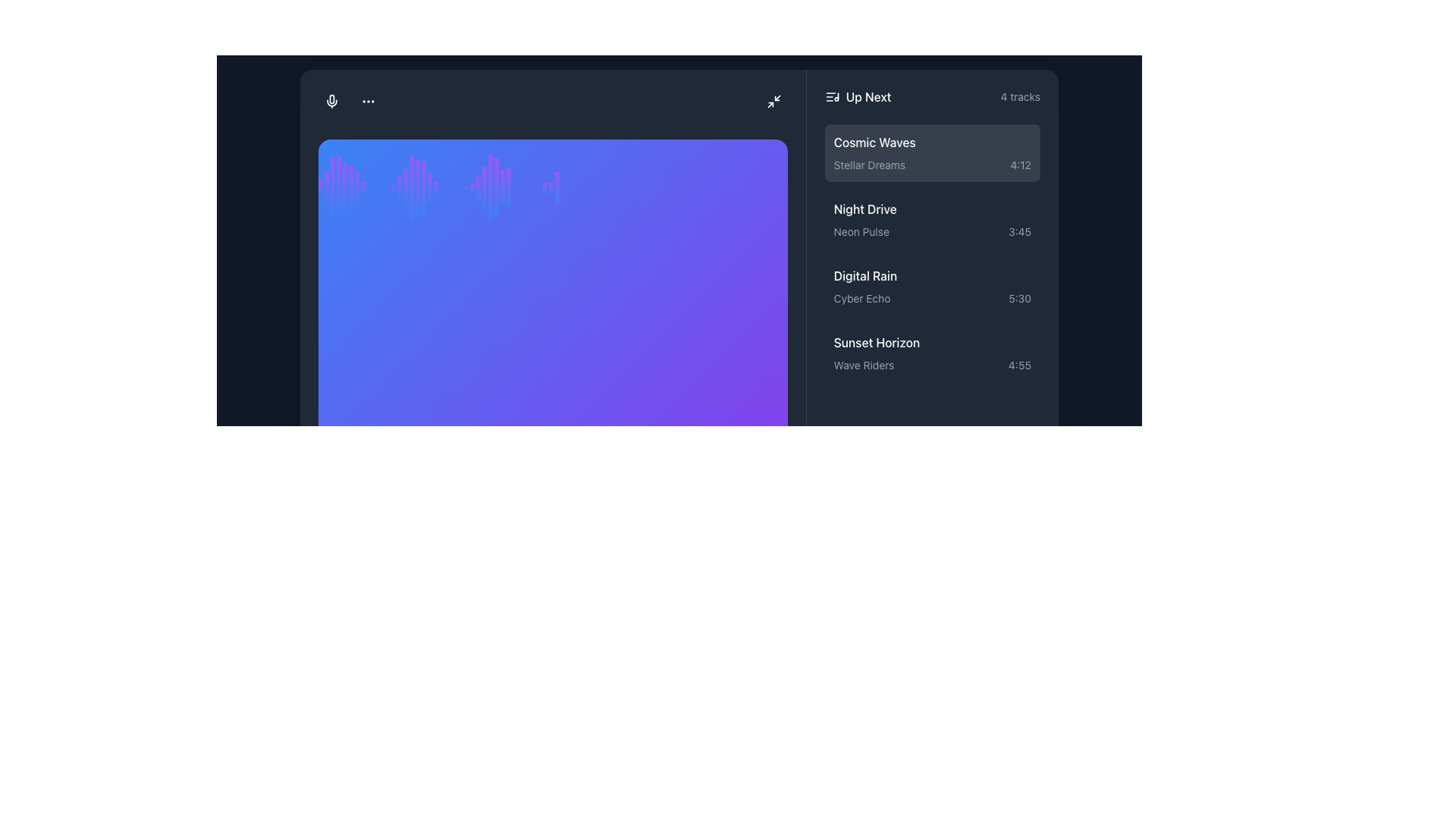 Image resolution: width=1456 pixels, height=819 pixels. Describe the element at coordinates (865, 209) in the screenshot. I see `on the text label reading 'Night Drive'` at that location.